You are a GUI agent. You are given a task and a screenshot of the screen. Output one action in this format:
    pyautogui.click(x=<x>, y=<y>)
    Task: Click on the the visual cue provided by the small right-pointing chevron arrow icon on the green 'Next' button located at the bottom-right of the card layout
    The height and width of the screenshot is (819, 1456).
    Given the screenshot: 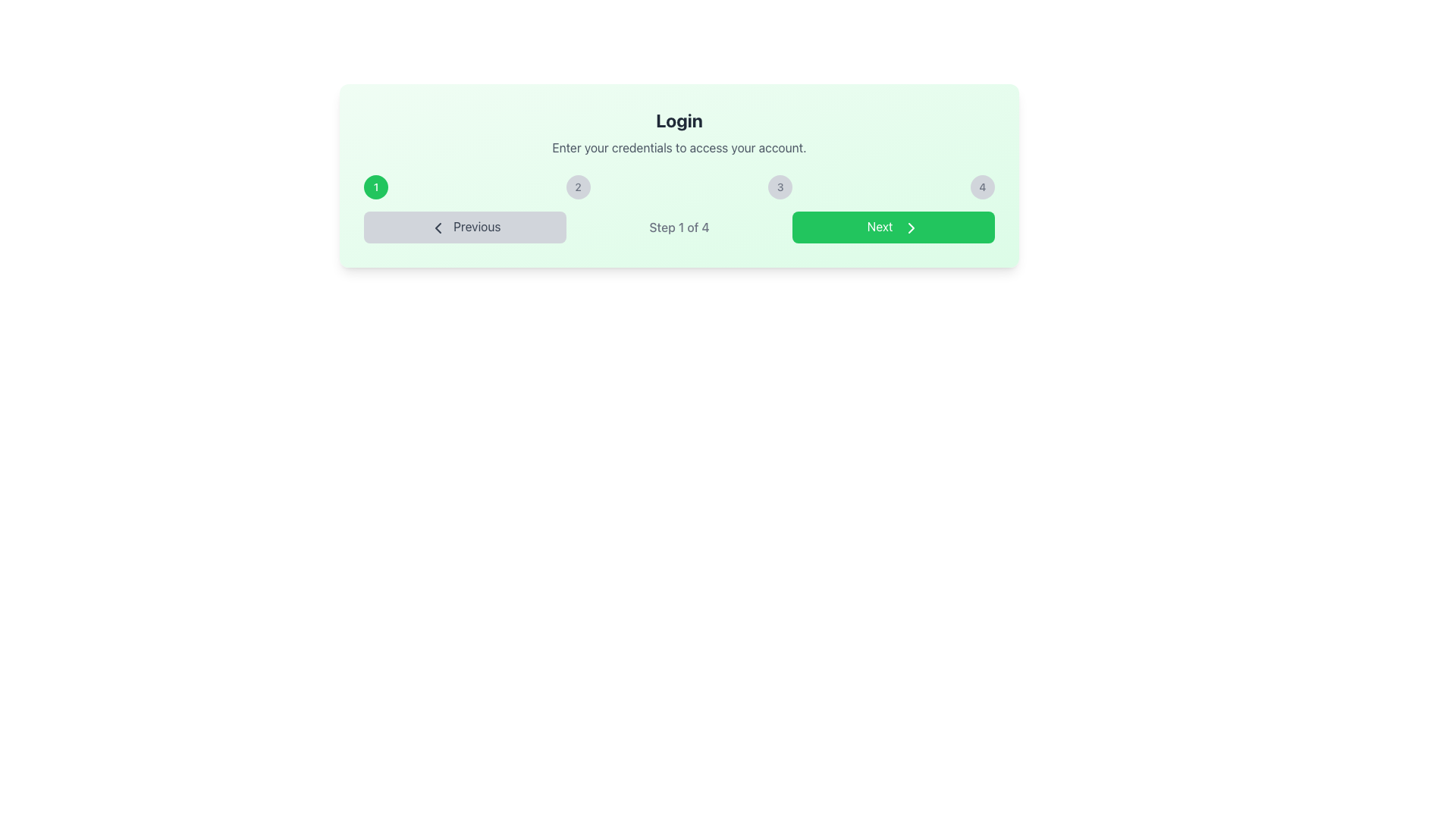 What is the action you would take?
    pyautogui.click(x=910, y=227)
    